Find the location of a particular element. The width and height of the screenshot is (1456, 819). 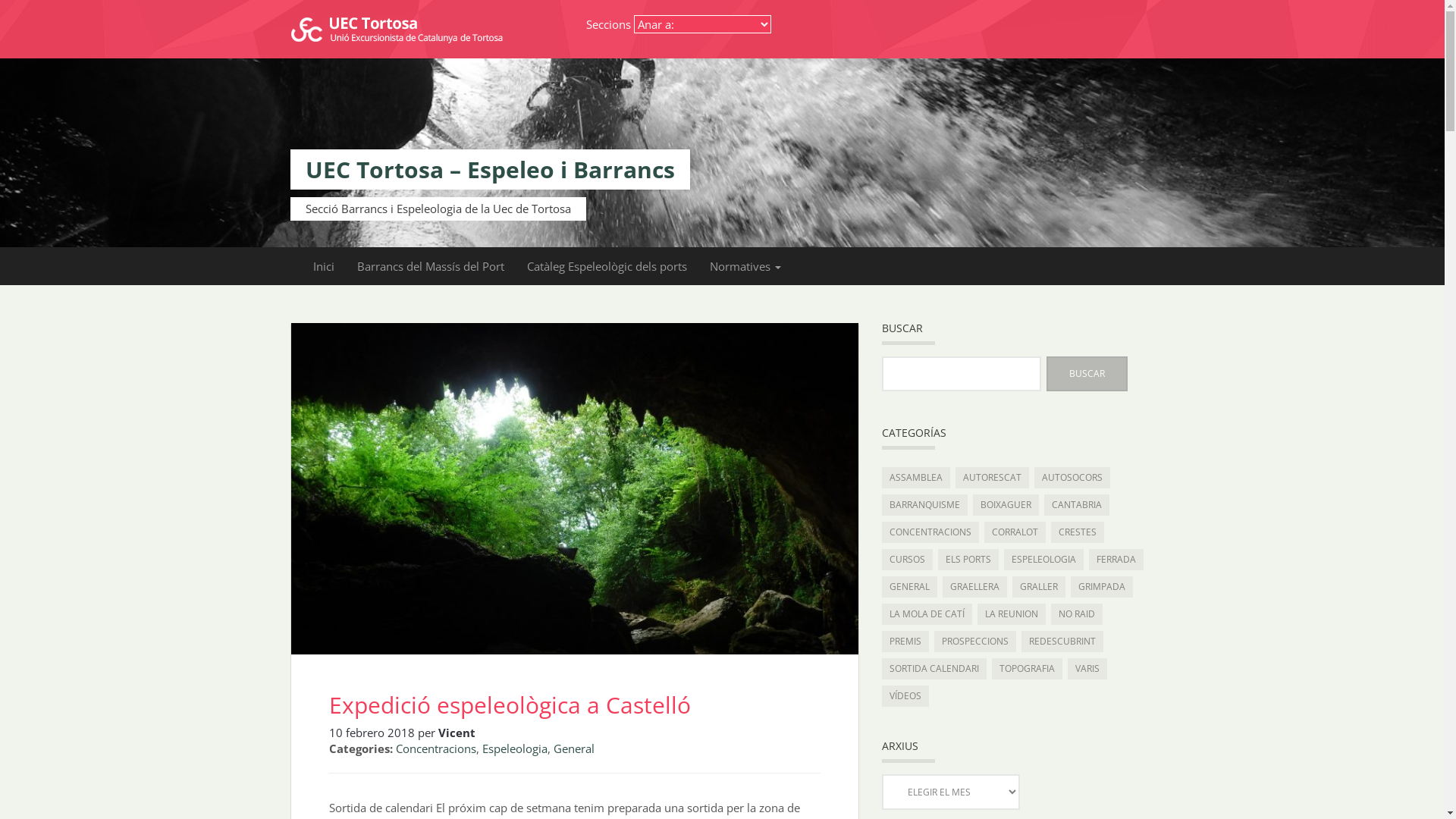

'General' is located at coordinates (573, 748).